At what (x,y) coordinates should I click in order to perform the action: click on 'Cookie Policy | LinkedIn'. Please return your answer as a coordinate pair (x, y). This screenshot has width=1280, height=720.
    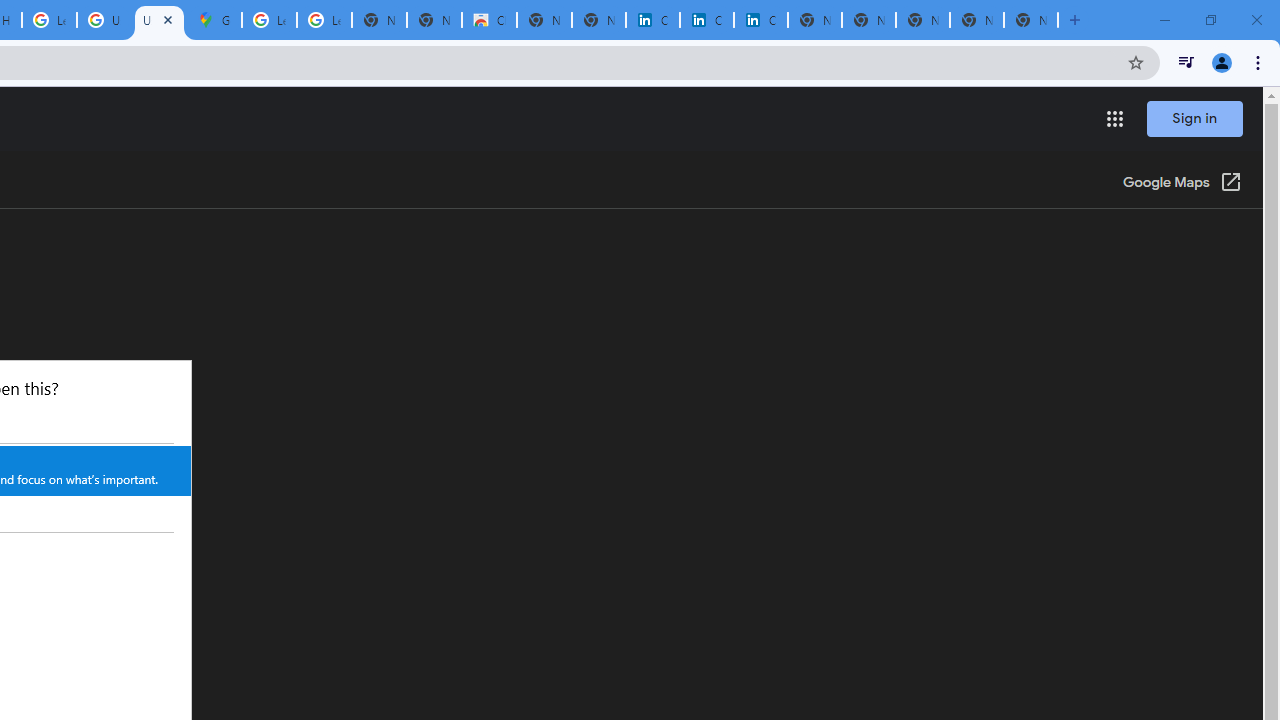
    Looking at the image, I should click on (652, 20).